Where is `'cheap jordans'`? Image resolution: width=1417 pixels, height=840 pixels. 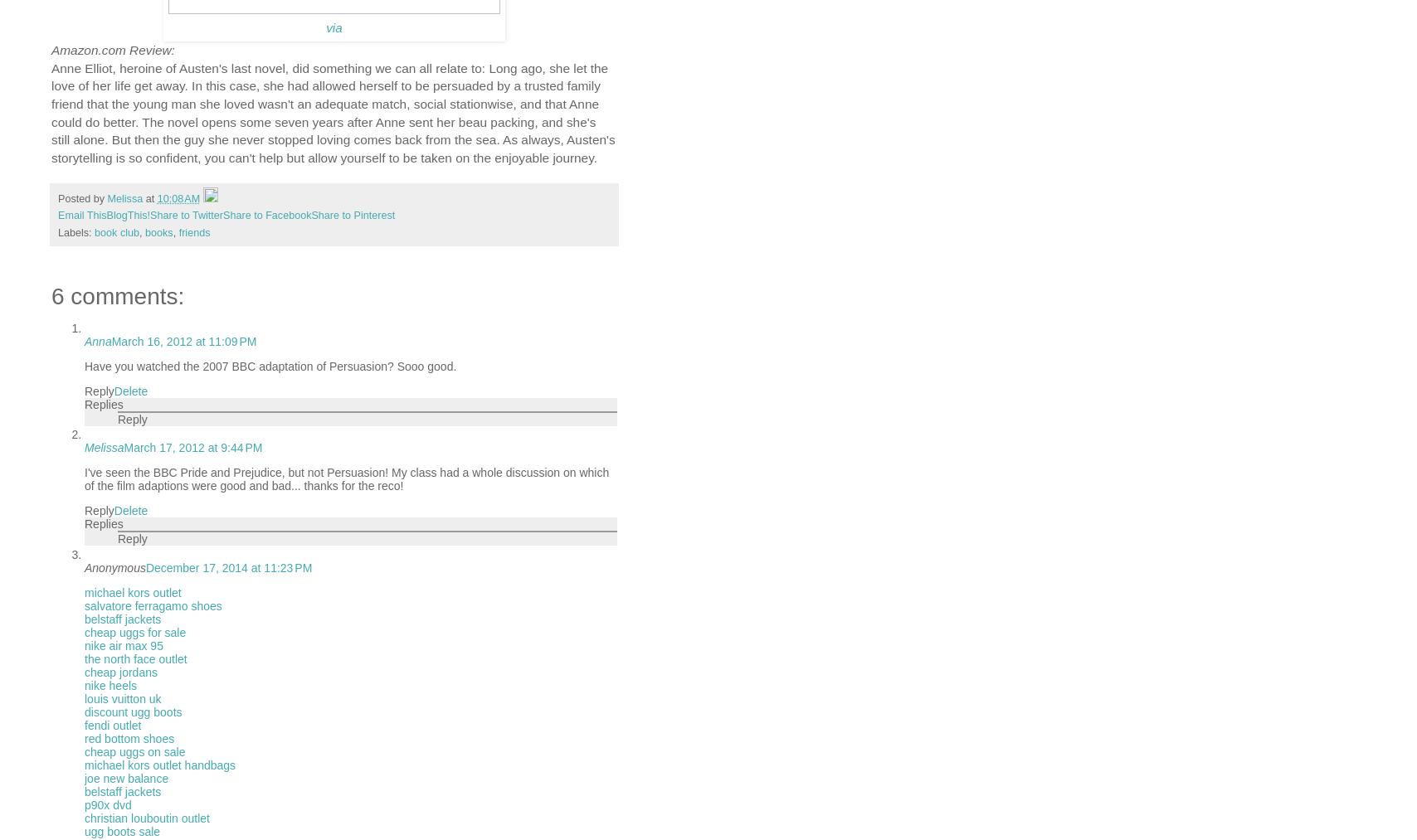
'cheap jordans' is located at coordinates (120, 672).